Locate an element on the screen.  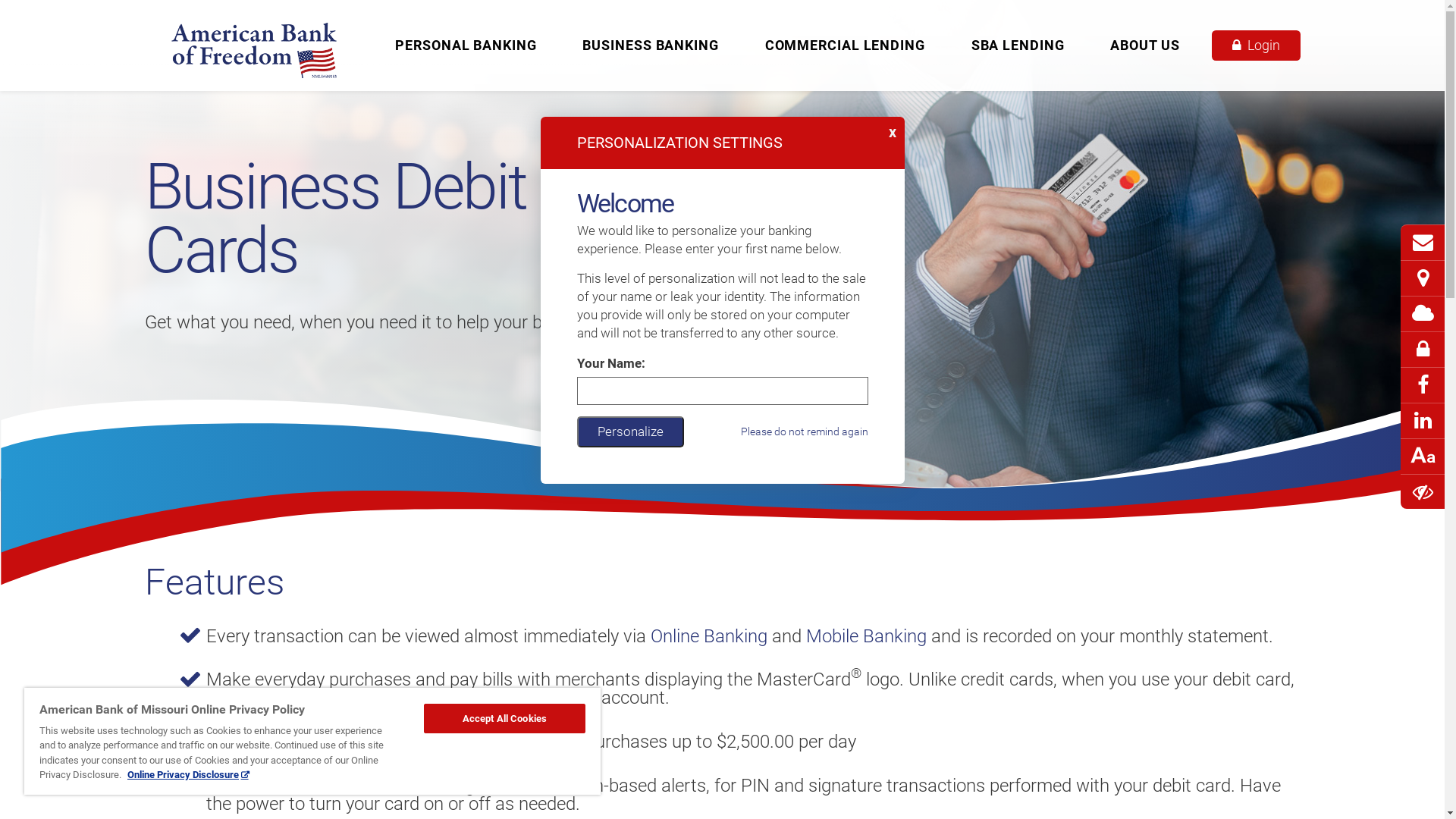
'Online Privacy Disclosure' is located at coordinates (127, 774).